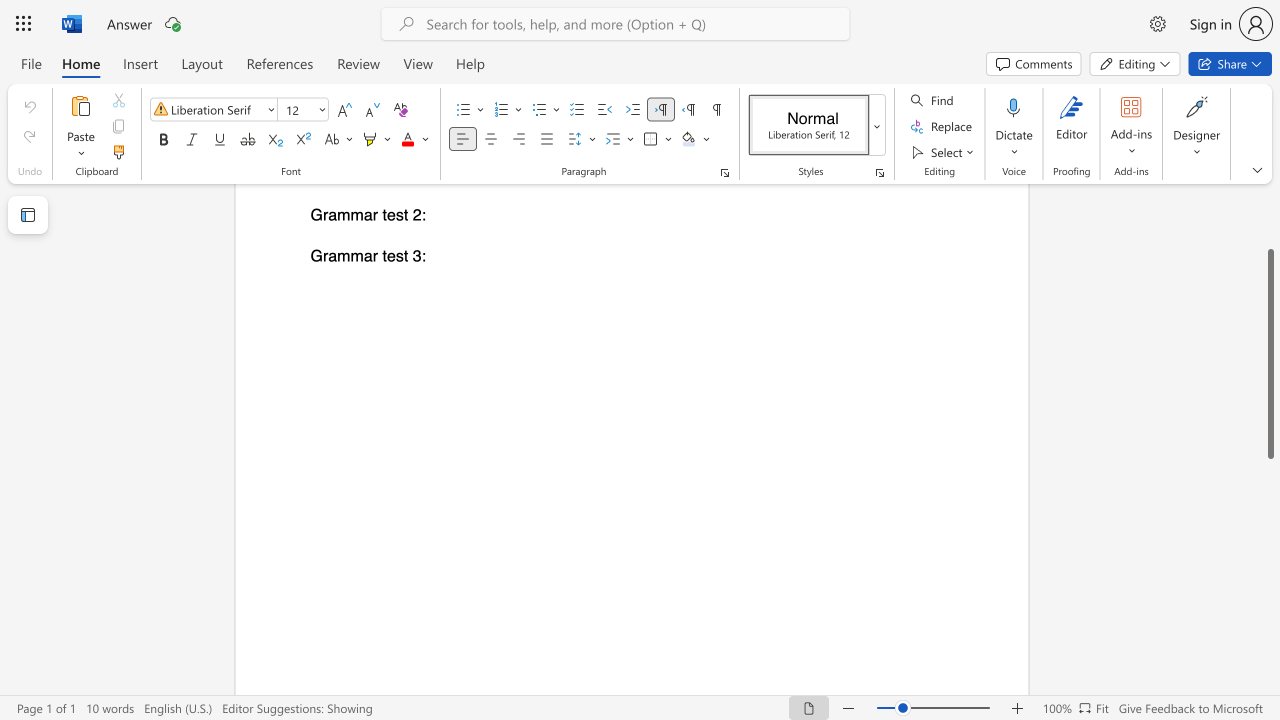 This screenshot has width=1280, height=720. Describe the element at coordinates (1269, 608) in the screenshot. I see `the scrollbar to scroll the page down` at that location.